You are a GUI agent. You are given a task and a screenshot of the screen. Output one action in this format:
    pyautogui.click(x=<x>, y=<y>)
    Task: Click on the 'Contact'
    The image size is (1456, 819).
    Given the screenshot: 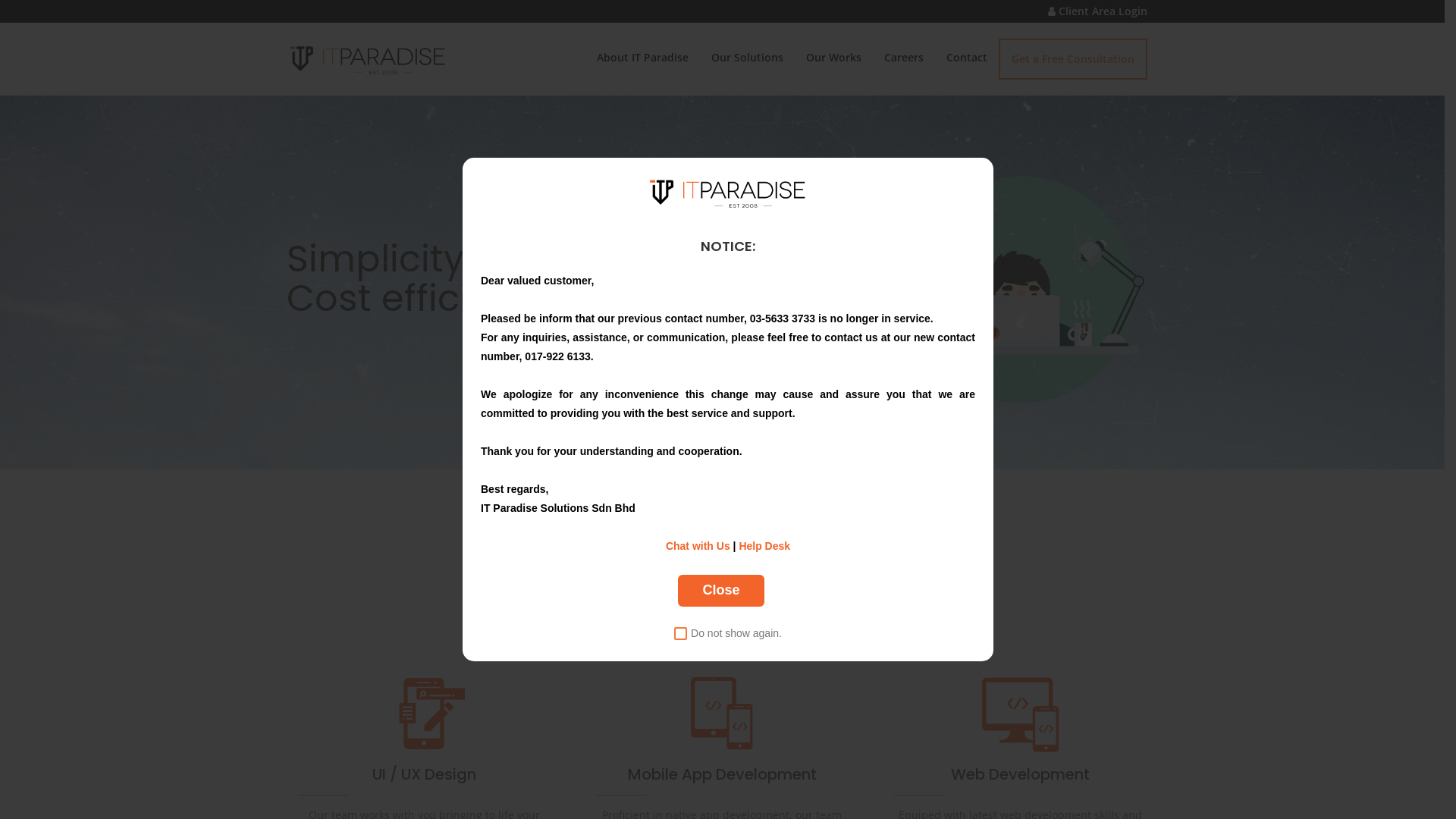 What is the action you would take?
    pyautogui.click(x=965, y=57)
    